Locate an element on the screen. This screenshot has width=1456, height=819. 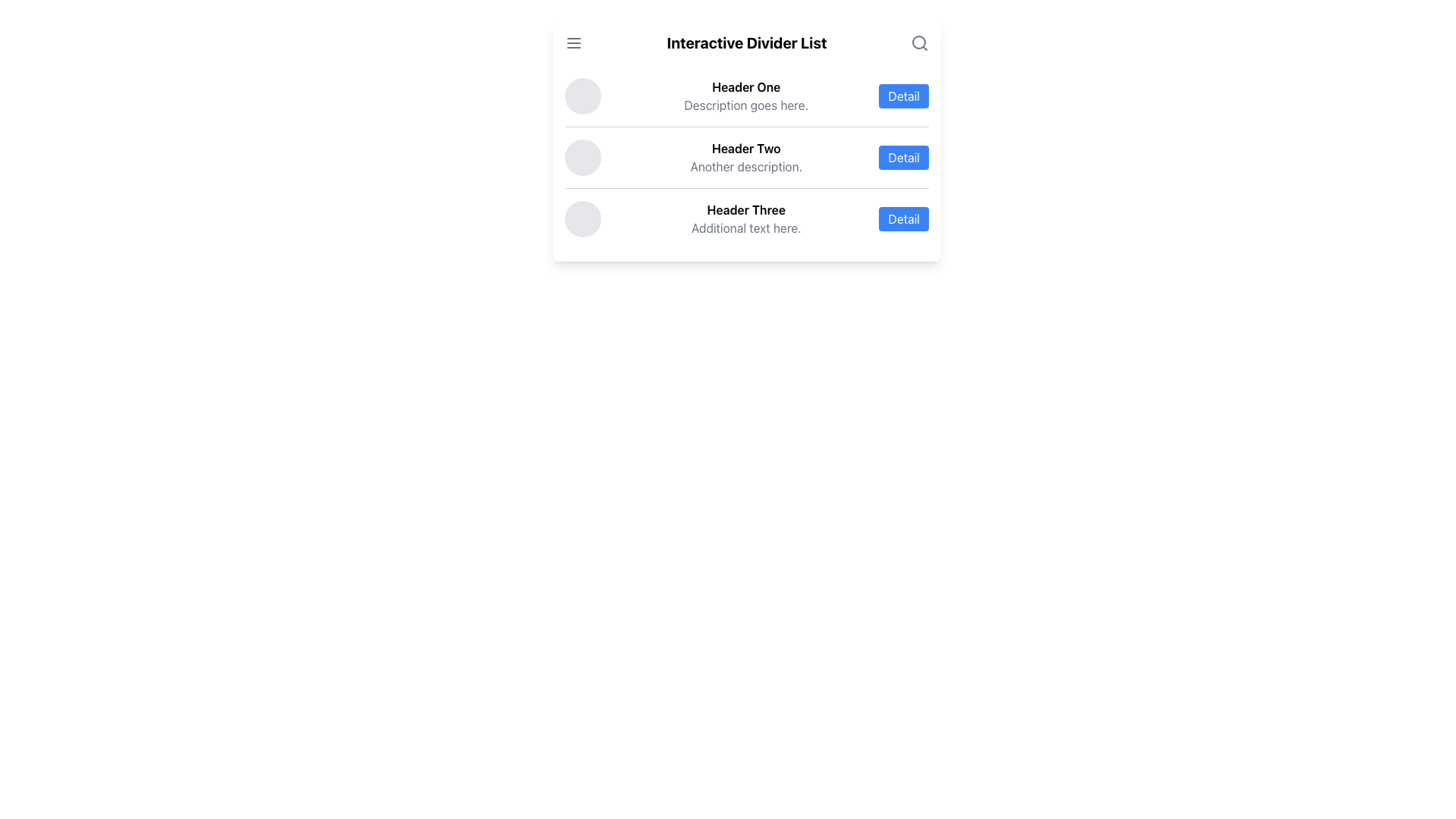
the 'Detail' button, which is a rounded rectangular button with a blue background and white text, located on the right side of the 'Header Two' section in the second row of the listed items is located at coordinates (904, 158).